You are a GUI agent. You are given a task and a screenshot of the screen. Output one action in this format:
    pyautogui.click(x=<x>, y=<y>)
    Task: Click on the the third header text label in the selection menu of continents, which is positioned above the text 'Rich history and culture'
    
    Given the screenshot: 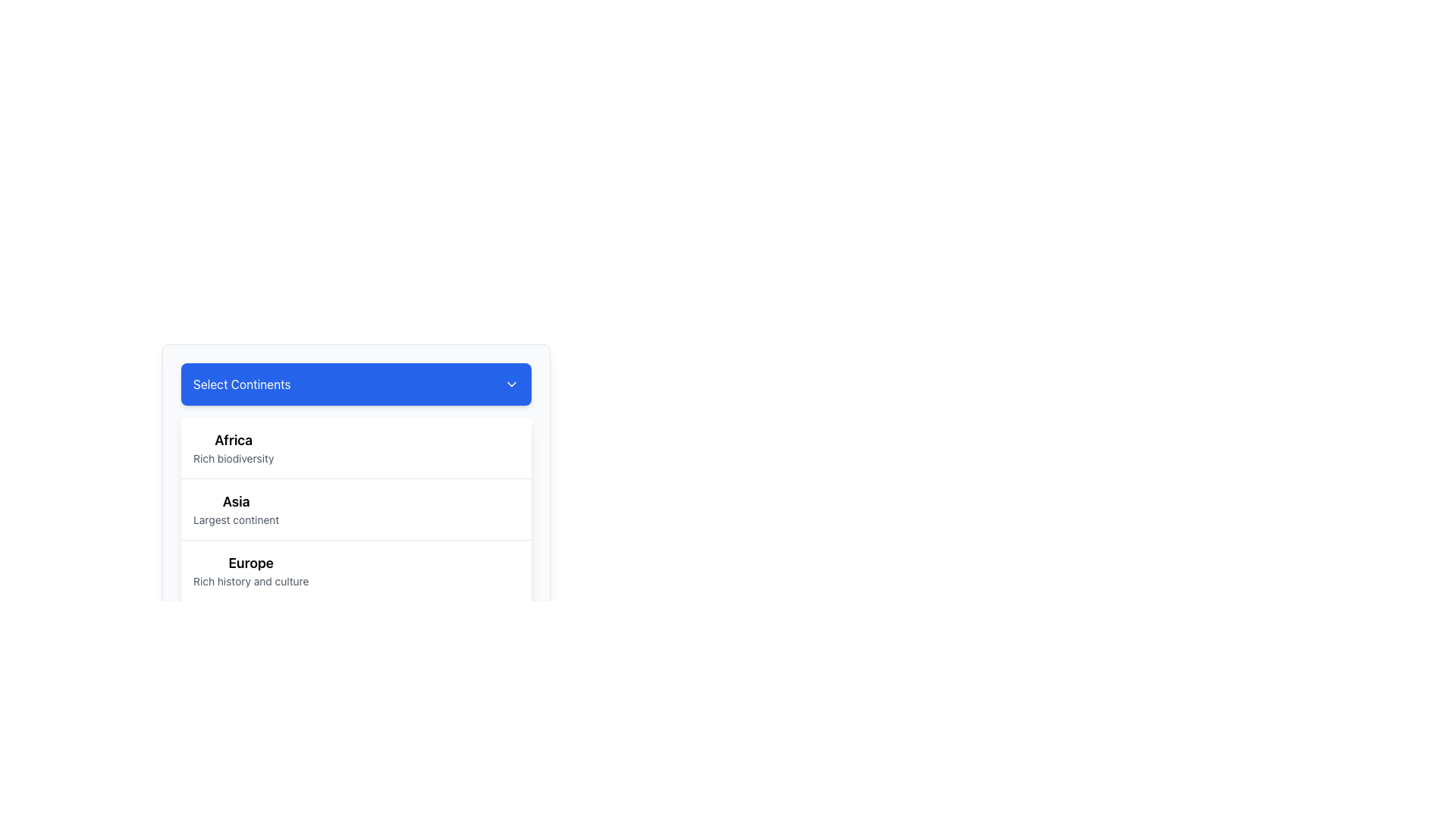 What is the action you would take?
    pyautogui.click(x=251, y=563)
    